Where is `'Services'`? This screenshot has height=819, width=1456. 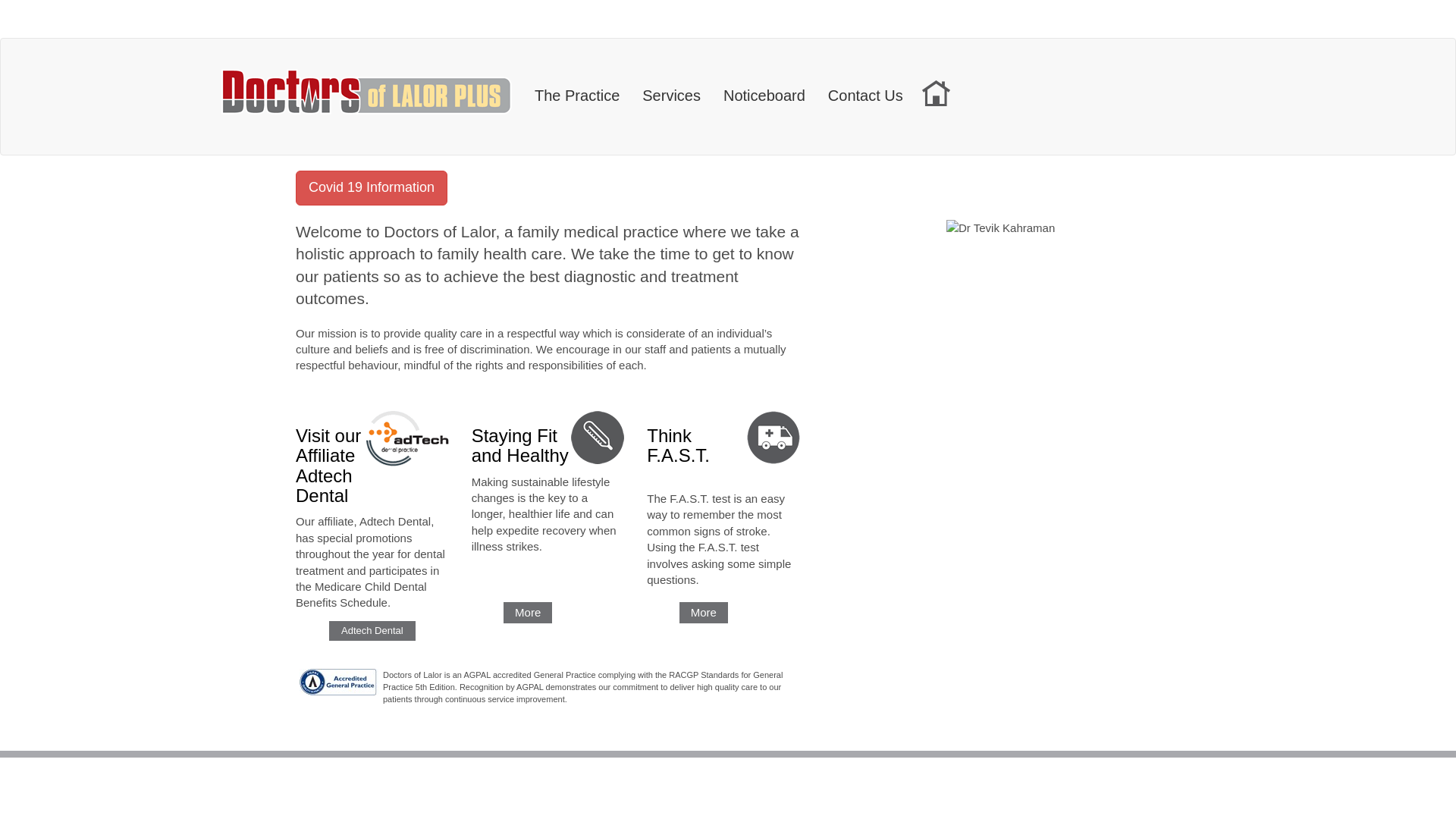 'Services' is located at coordinates (670, 91).